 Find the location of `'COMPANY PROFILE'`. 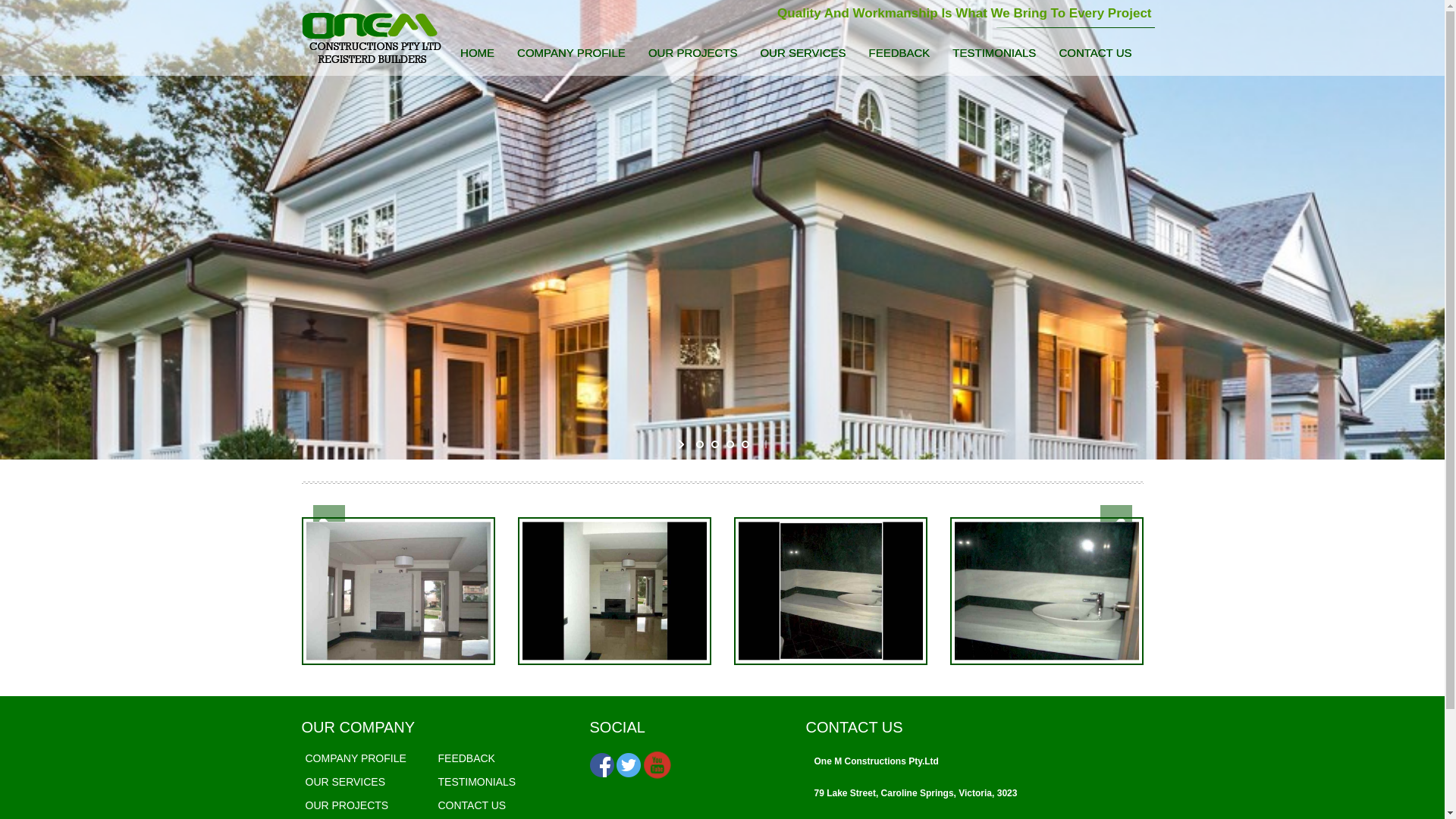

'COMPANY PROFILE' is located at coordinates (570, 55).